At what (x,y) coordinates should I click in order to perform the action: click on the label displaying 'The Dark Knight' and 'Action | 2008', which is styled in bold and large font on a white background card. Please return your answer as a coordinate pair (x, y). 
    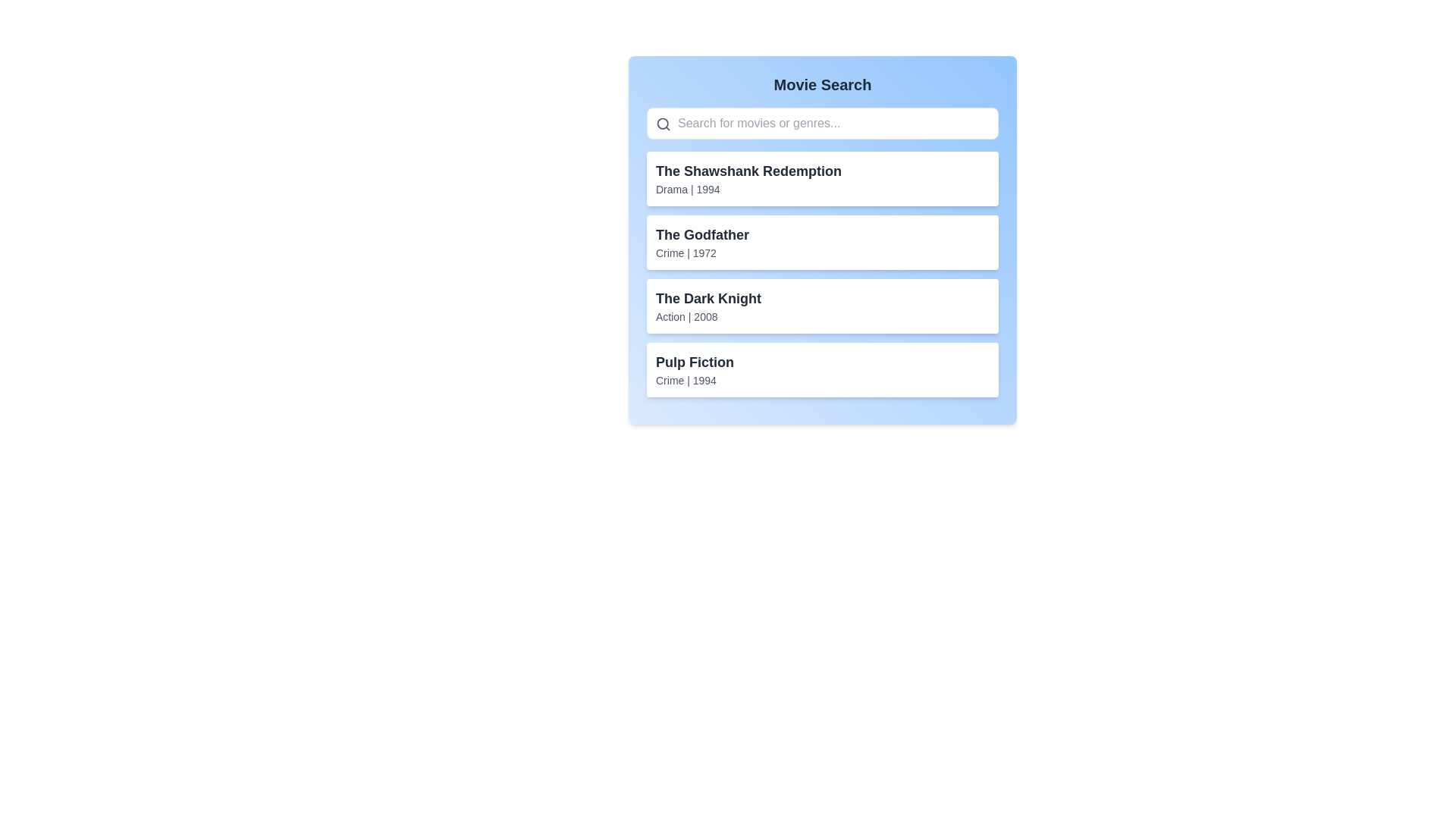
    Looking at the image, I should click on (708, 306).